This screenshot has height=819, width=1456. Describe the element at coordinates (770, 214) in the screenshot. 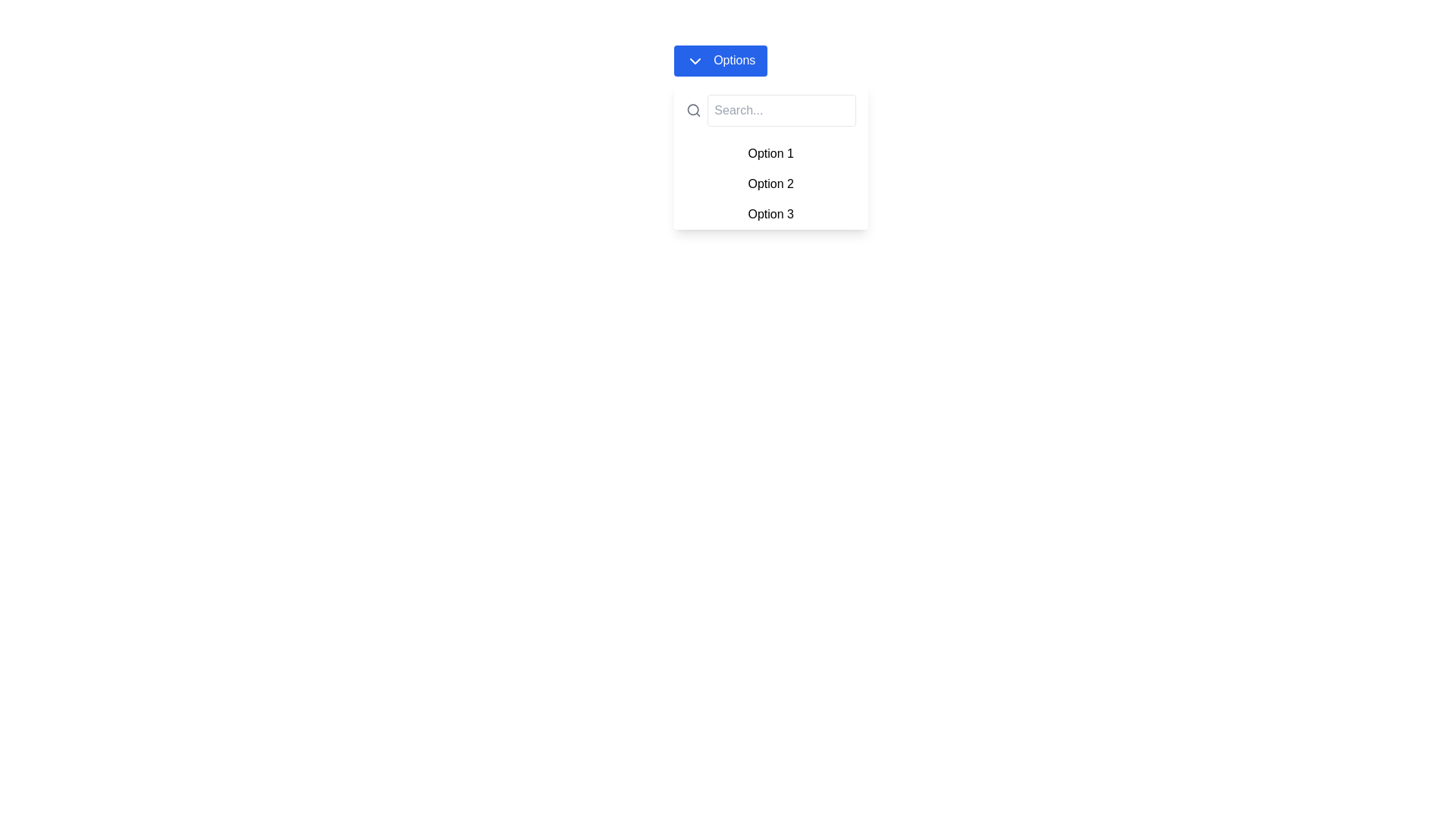

I see `the Dropdown Menu Option labeled 'Option 3'` at that location.